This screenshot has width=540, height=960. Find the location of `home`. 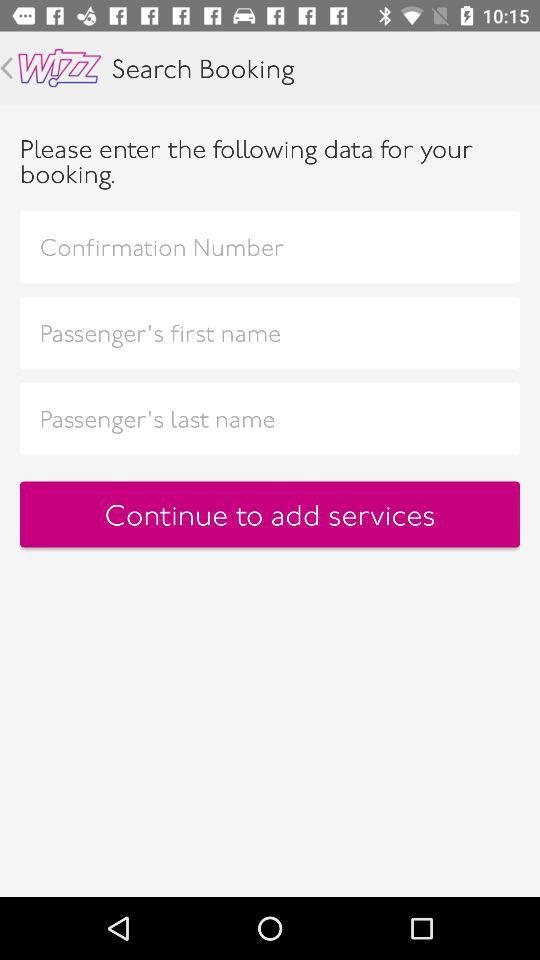

home is located at coordinates (59, 68).